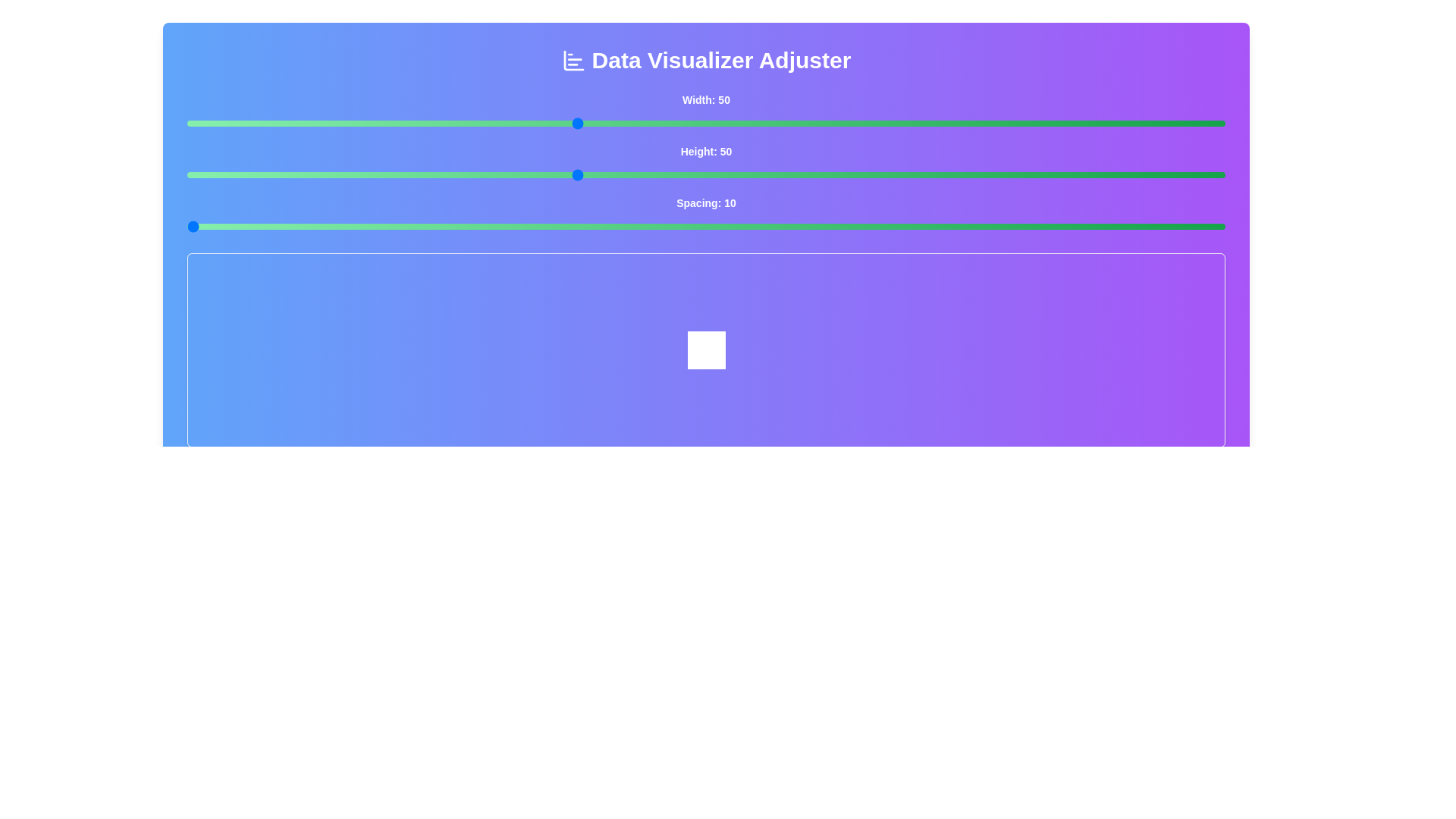 This screenshot has width=1456, height=819. Describe the element at coordinates (381, 122) in the screenshot. I see `the 'Width' slider to 35` at that location.